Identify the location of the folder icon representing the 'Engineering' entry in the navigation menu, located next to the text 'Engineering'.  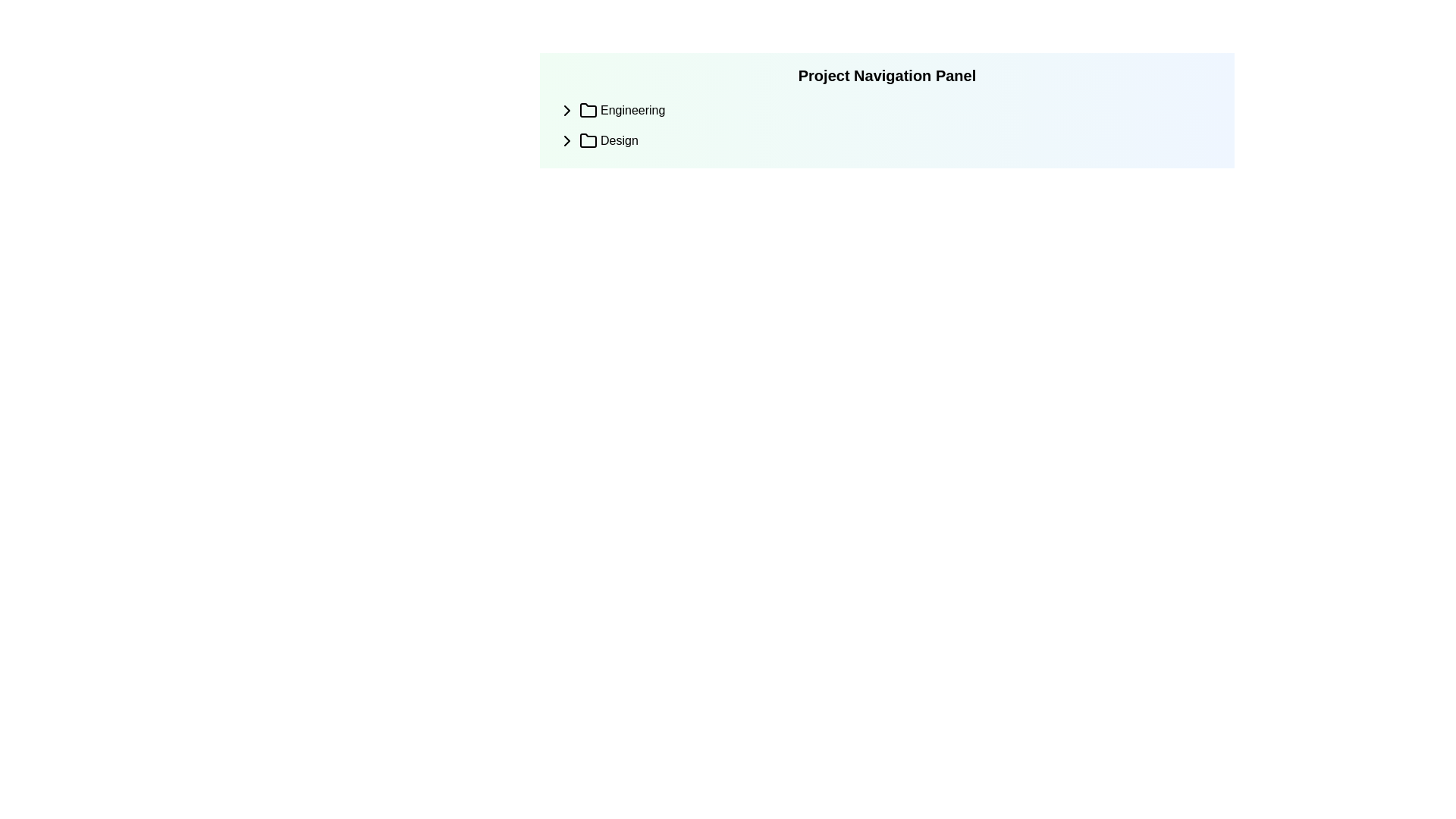
(588, 110).